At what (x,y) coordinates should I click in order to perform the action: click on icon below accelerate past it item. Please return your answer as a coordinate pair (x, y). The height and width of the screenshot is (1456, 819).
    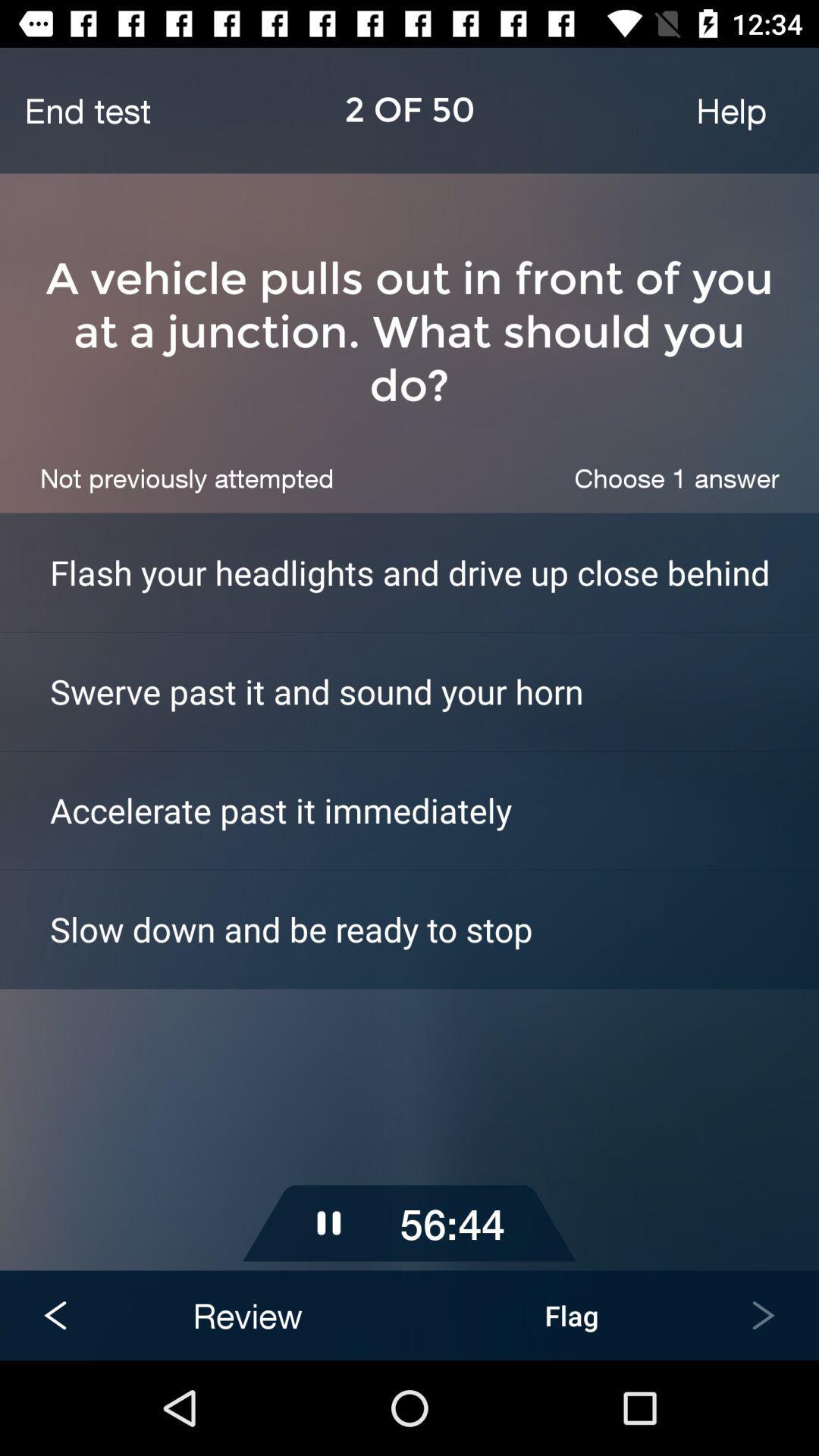
    Looking at the image, I should click on (435, 928).